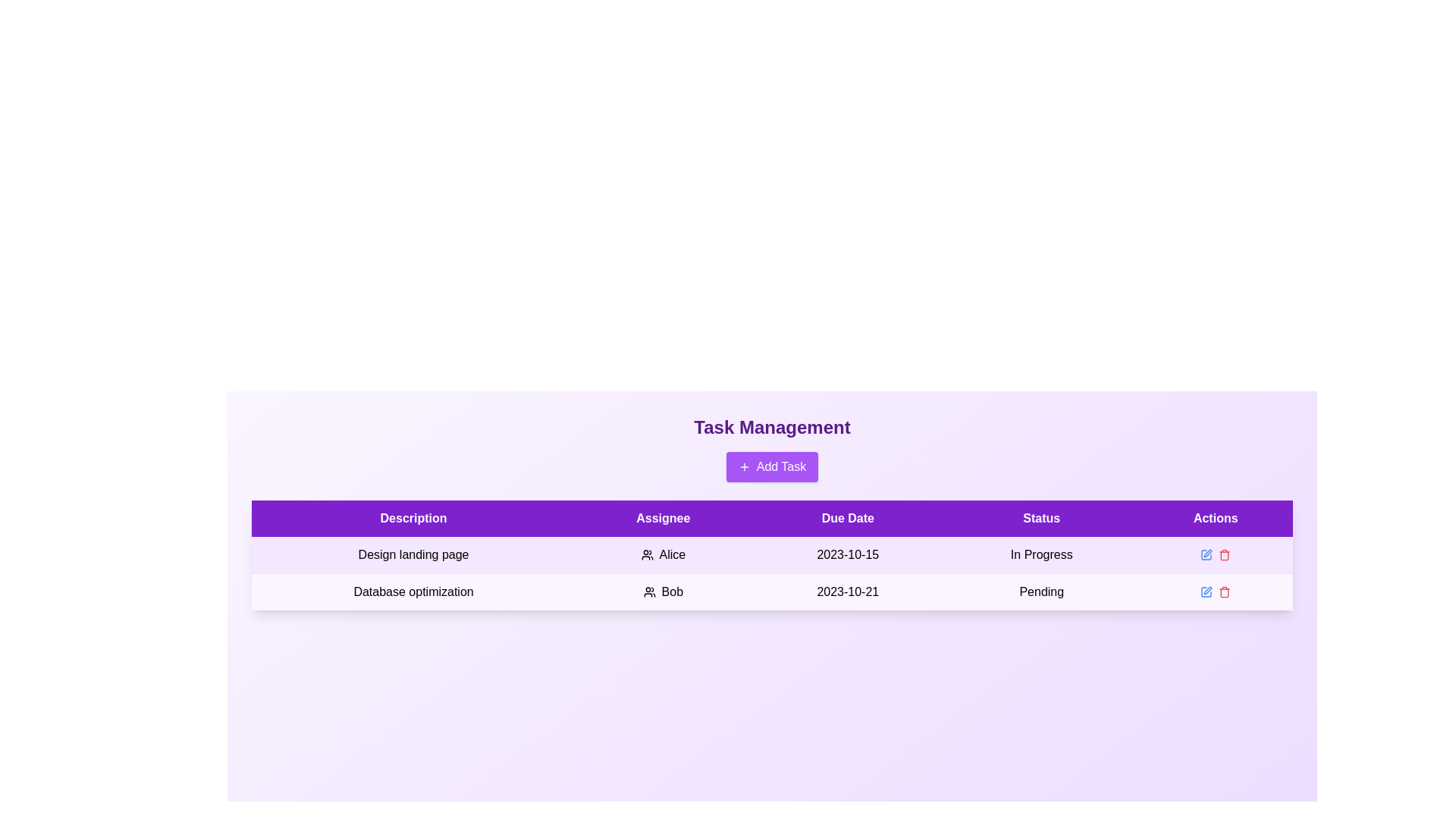  What do you see at coordinates (663, 555) in the screenshot?
I see `the text element in the 'Assignee' column of the first data row in the 'Task Management' section` at bounding box center [663, 555].